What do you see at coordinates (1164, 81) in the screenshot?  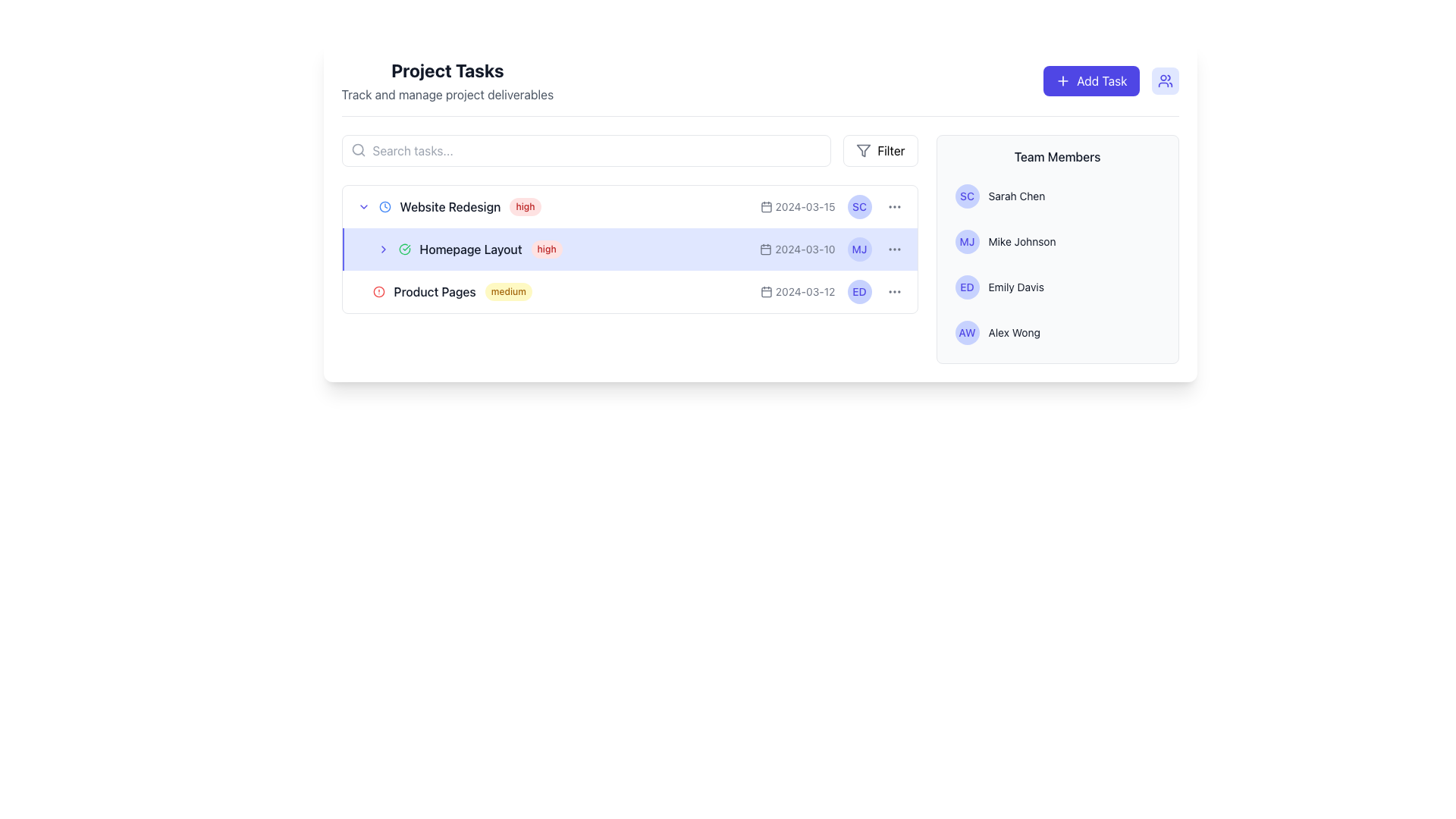 I see `the button located to the right of the 'Add Task' button in the top-right corner of the interface for tooltip or visual feedback` at bounding box center [1164, 81].